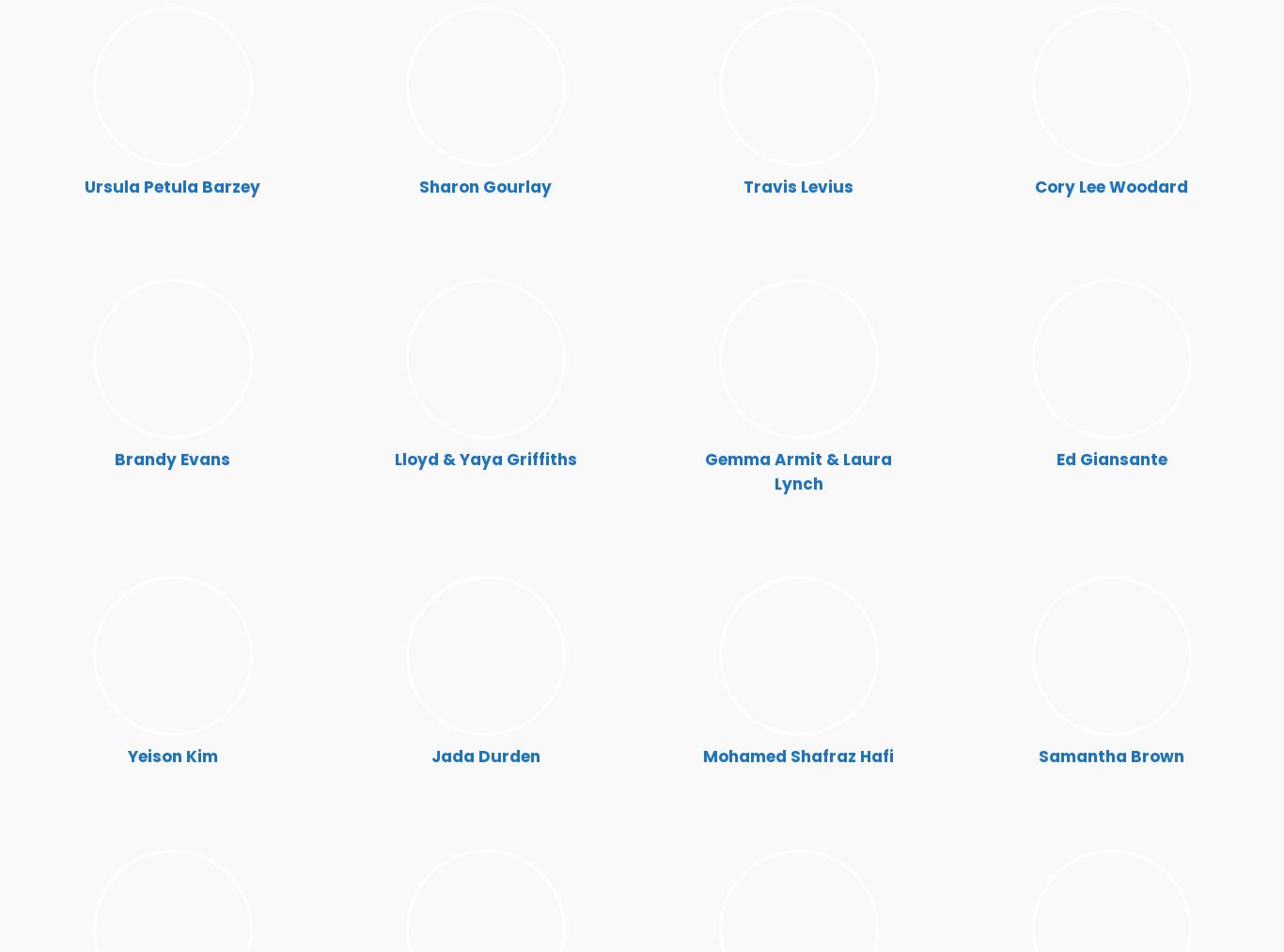  What do you see at coordinates (113, 458) in the screenshot?
I see `'Brandy Evans'` at bounding box center [113, 458].